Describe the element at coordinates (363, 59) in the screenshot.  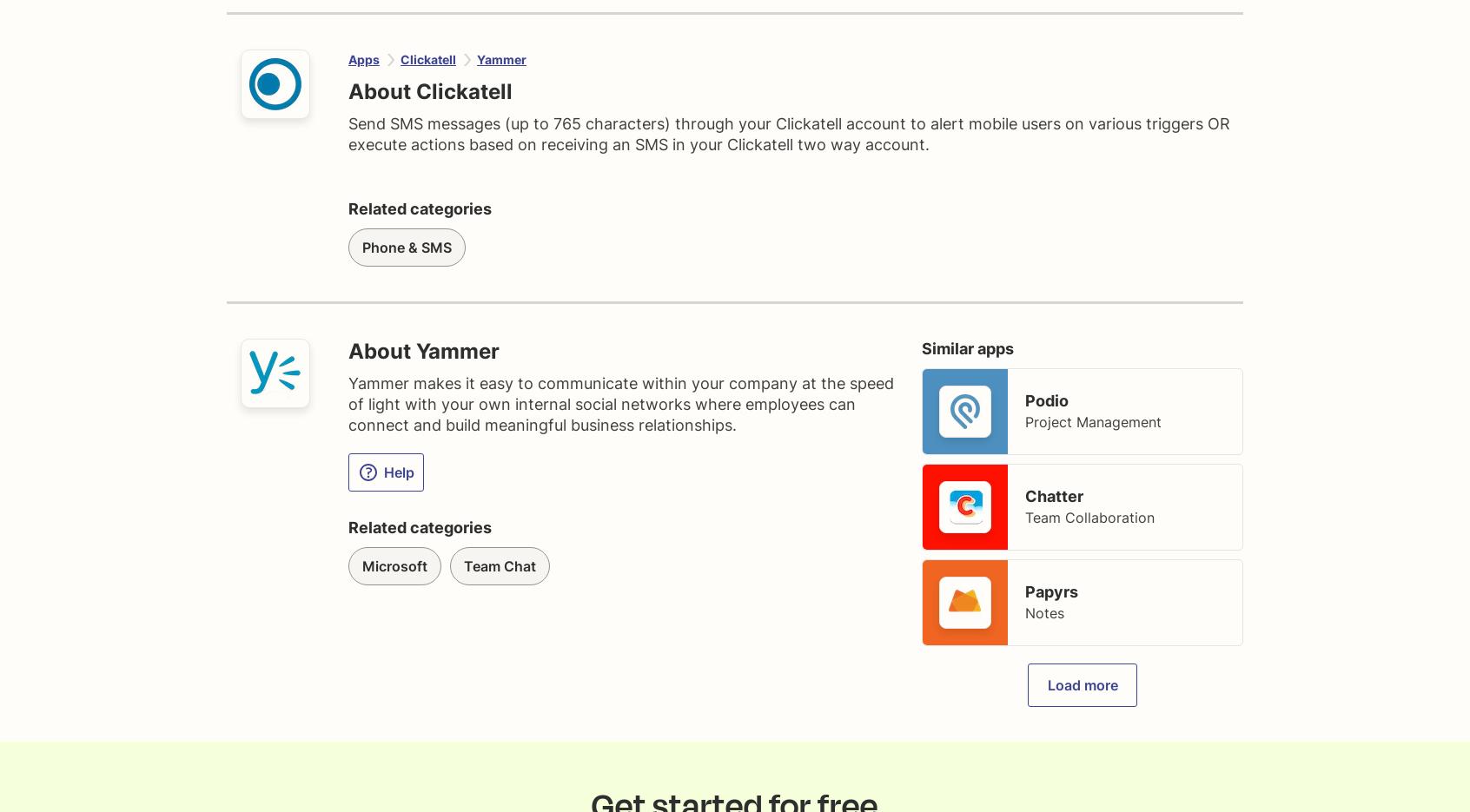
I see `'Apps'` at that location.